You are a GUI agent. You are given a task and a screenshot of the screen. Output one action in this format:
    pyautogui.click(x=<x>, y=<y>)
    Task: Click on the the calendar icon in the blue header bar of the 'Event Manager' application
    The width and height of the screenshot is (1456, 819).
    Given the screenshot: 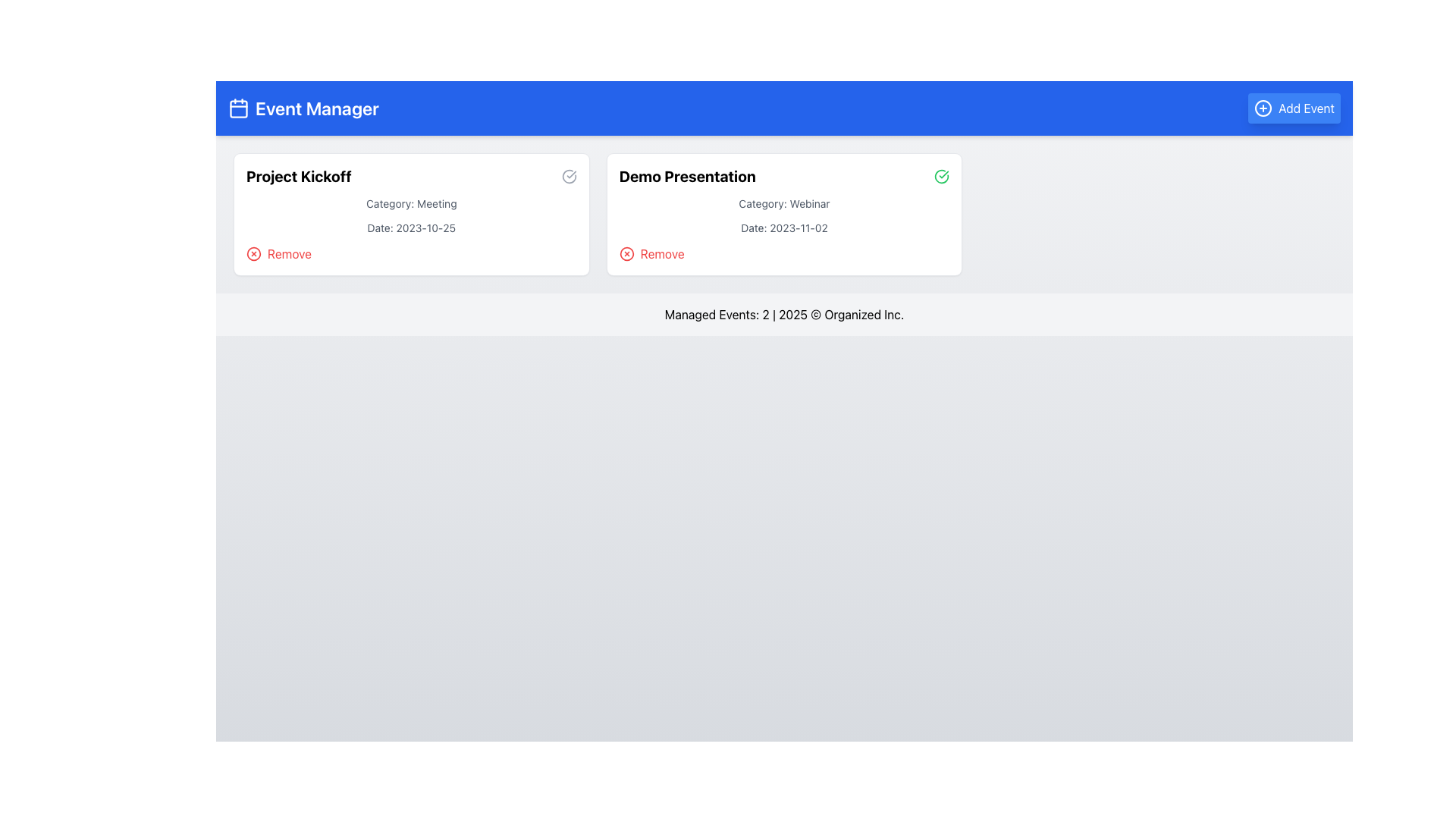 What is the action you would take?
    pyautogui.click(x=238, y=107)
    